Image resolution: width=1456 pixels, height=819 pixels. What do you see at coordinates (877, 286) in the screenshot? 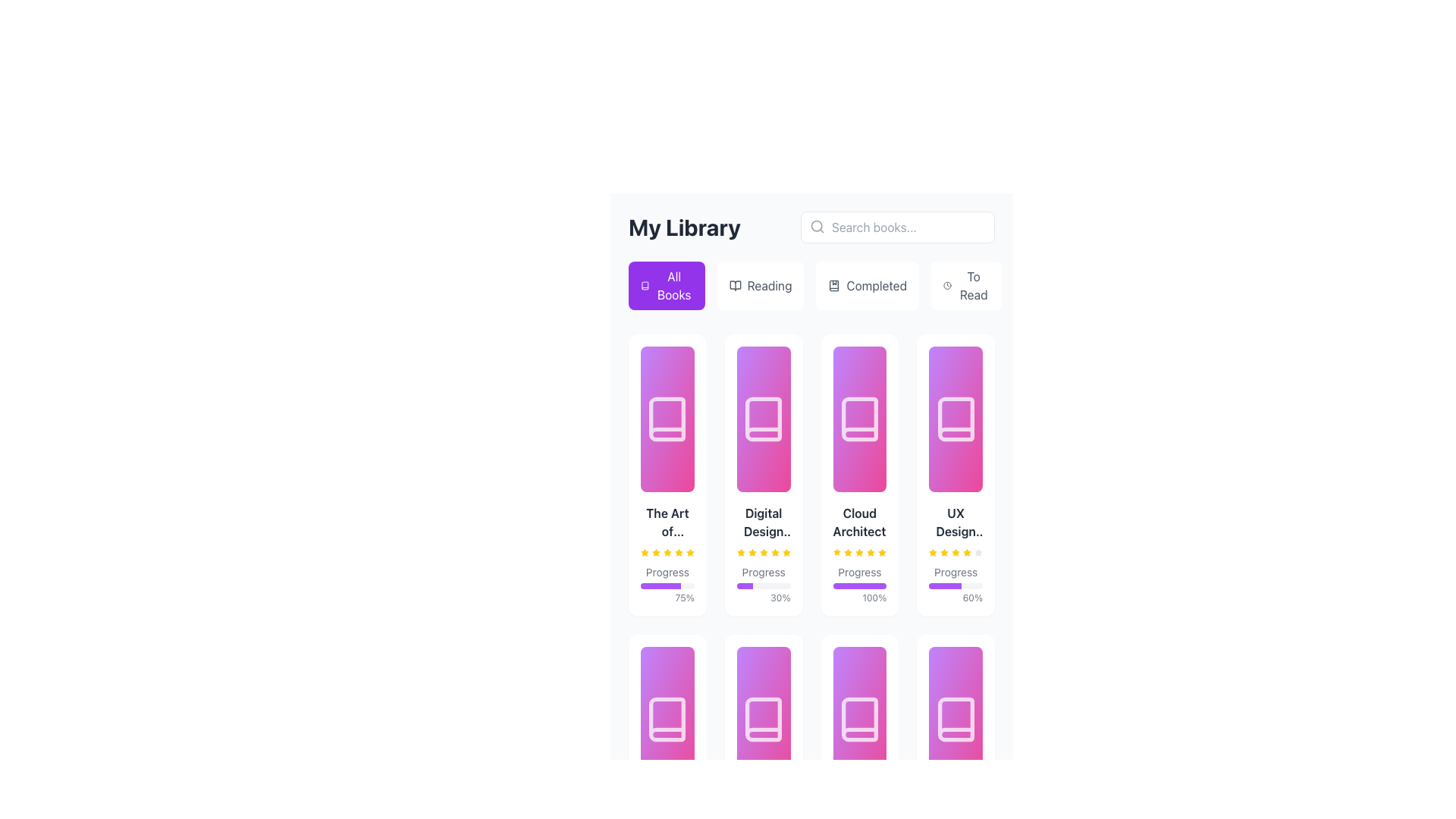
I see `text label representing the completed books category, which is located to the right of the bookmark icon in the top navigation menu under 'My Library'` at bounding box center [877, 286].